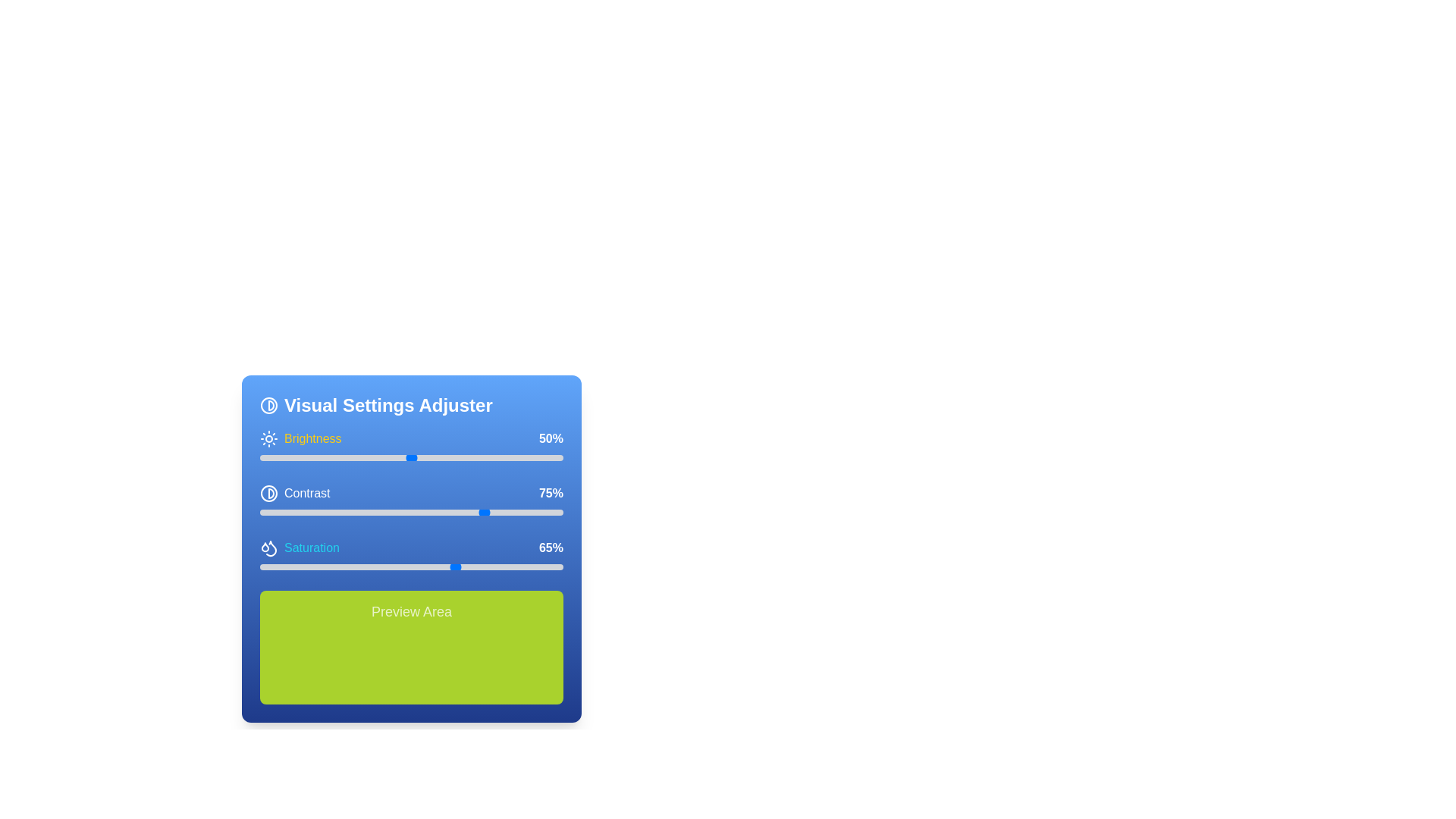 The width and height of the screenshot is (1456, 819). I want to click on the brightness, so click(296, 457).